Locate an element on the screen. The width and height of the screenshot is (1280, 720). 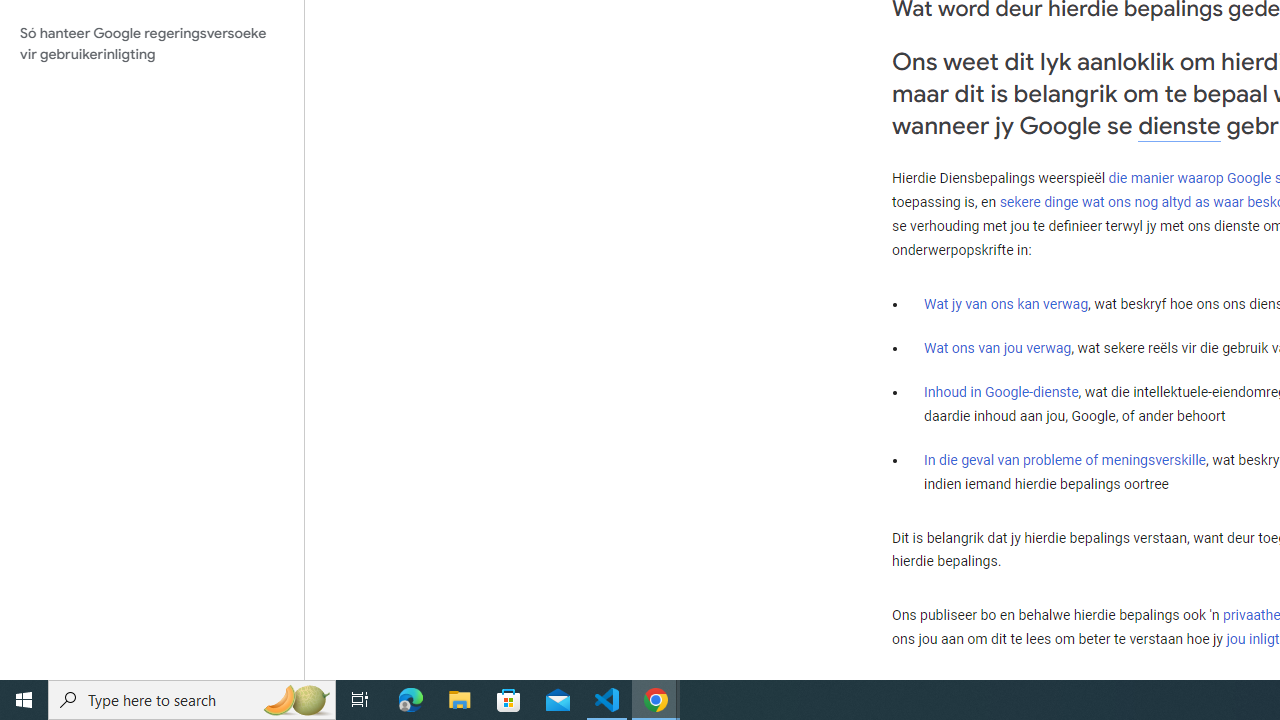
'Wat jy van ons kan verwag' is located at coordinates (1006, 304).